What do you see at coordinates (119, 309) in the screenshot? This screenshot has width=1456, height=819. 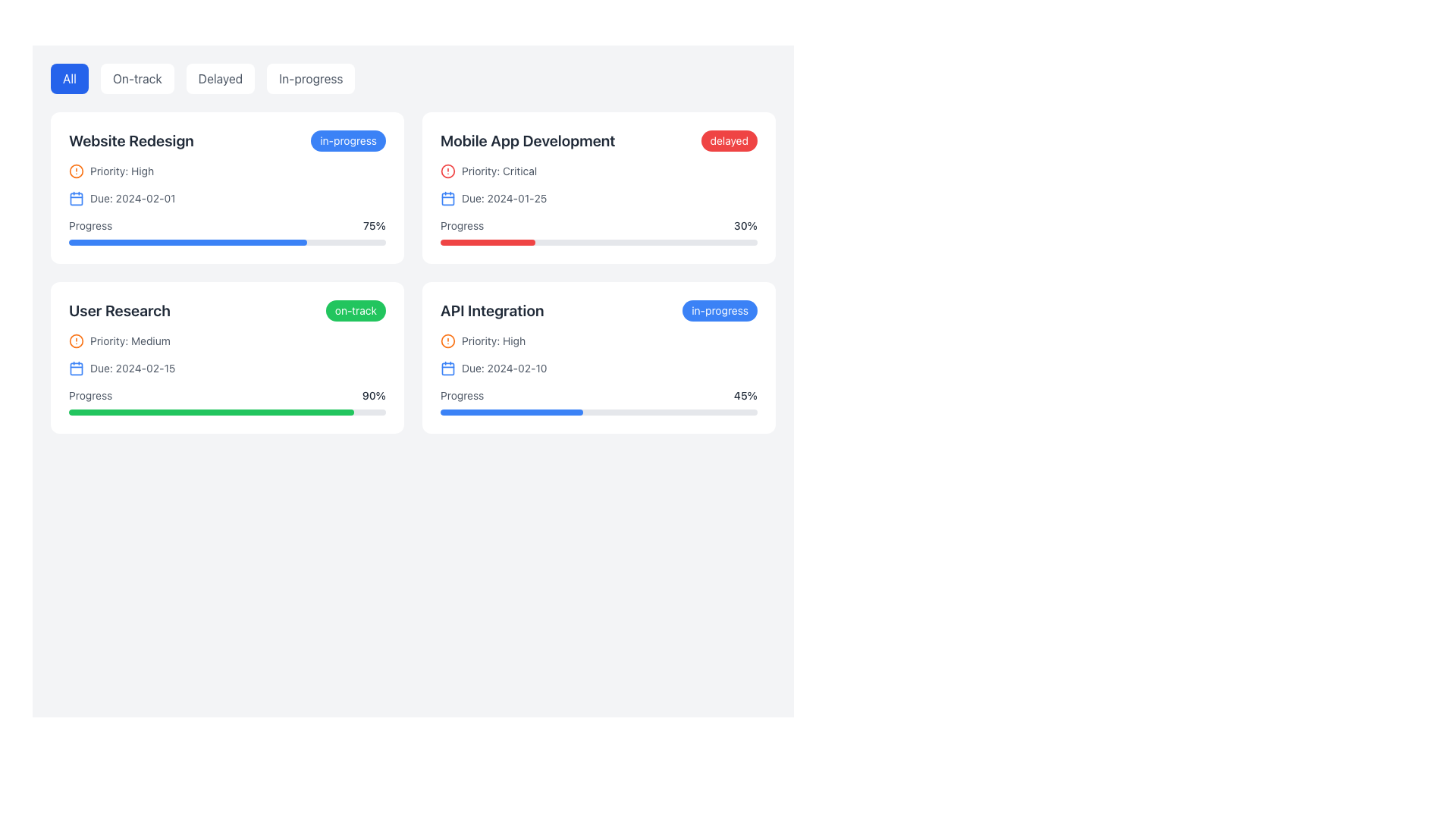 I see `the static text label displaying 'User Research', which is in bold font style and positioned at the top-left corner of a card layout` at bounding box center [119, 309].